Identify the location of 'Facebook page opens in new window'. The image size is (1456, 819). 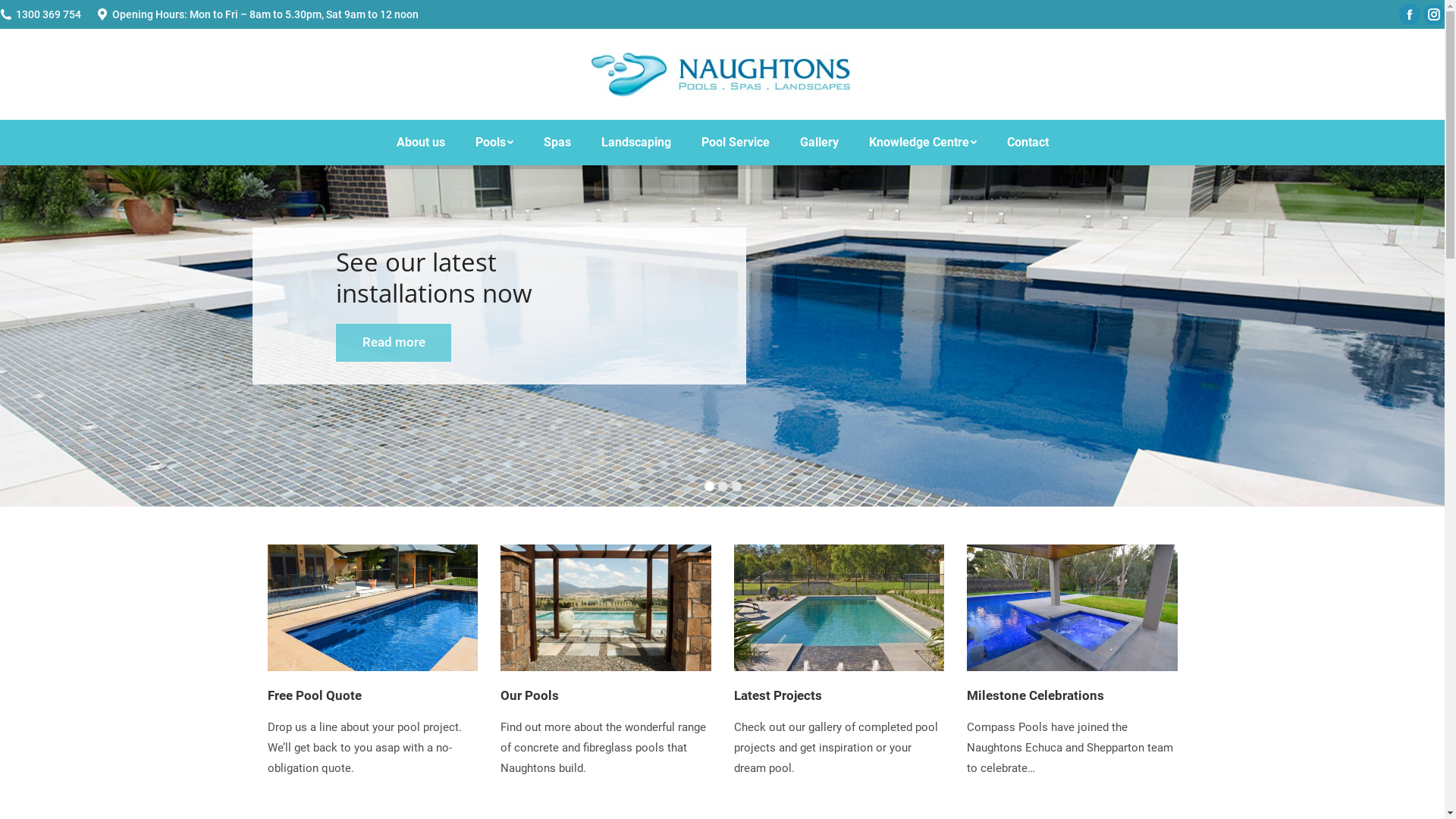
(1408, 14).